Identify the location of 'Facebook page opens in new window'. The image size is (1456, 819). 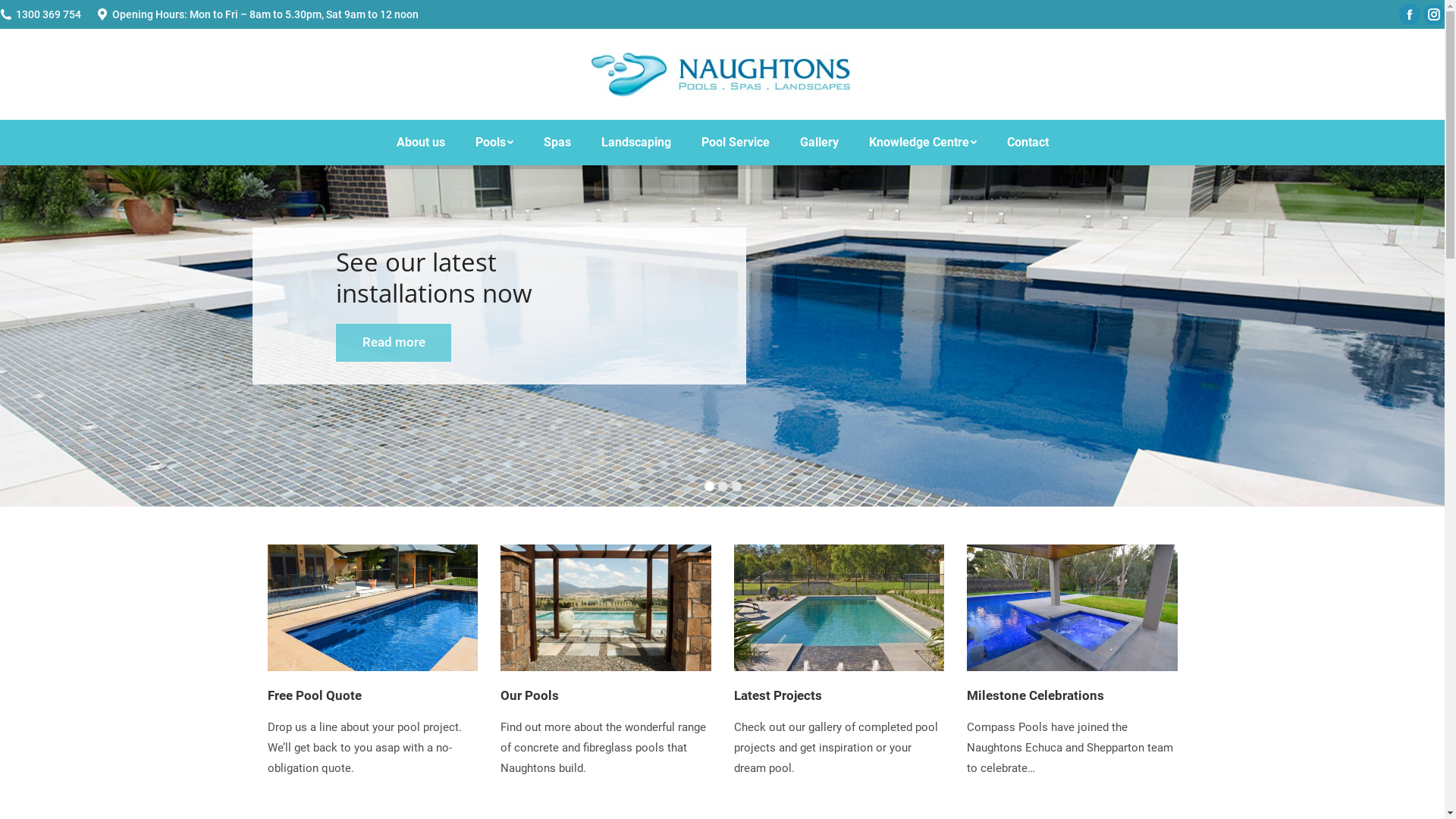
(1408, 14).